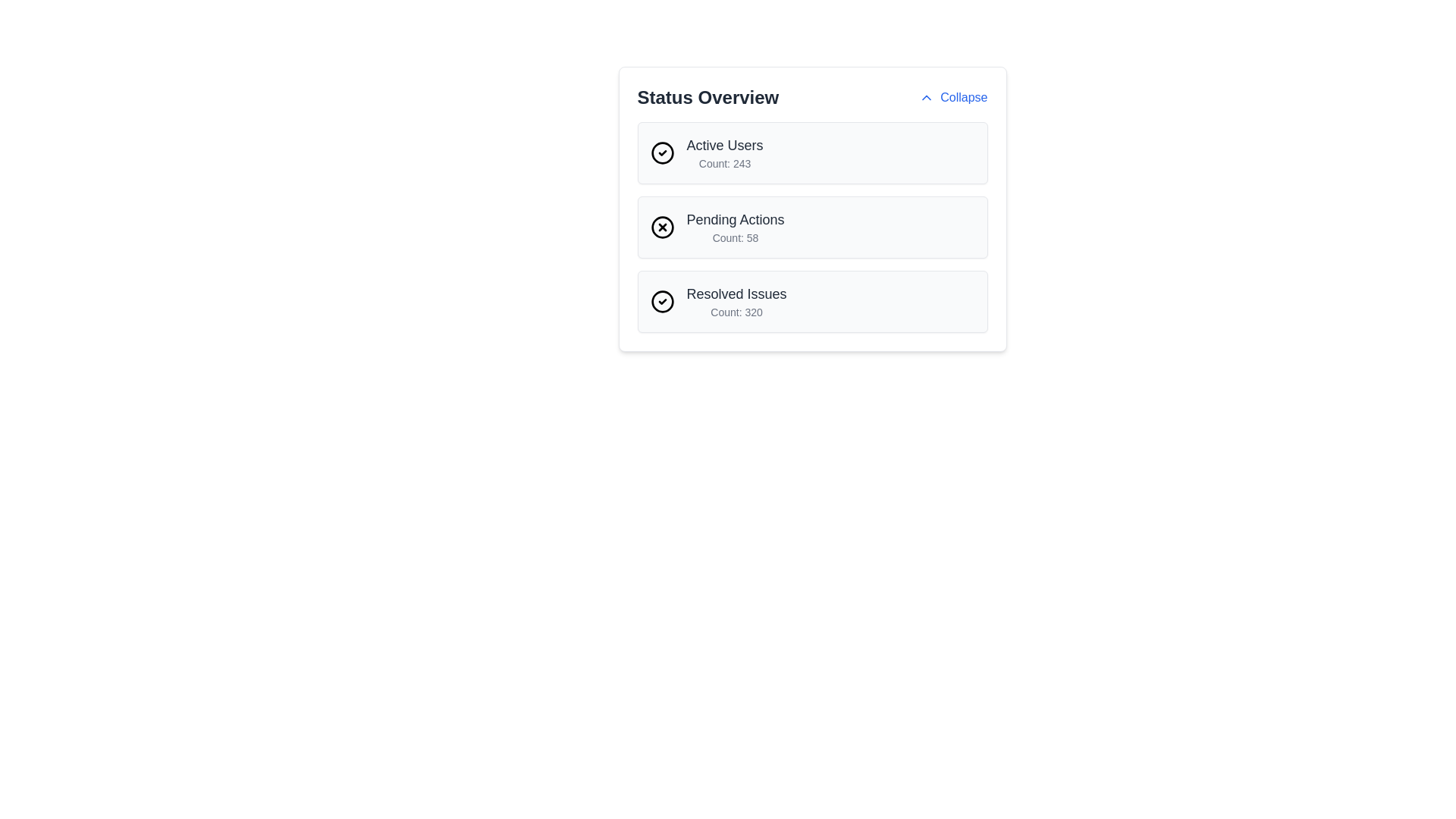 The image size is (1456, 819). What do you see at coordinates (811, 301) in the screenshot?
I see `the Information box that displays a summary of resolved issues, showing a total count of 320, located in the 'Status Overview' section` at bounding box center [811, 301].